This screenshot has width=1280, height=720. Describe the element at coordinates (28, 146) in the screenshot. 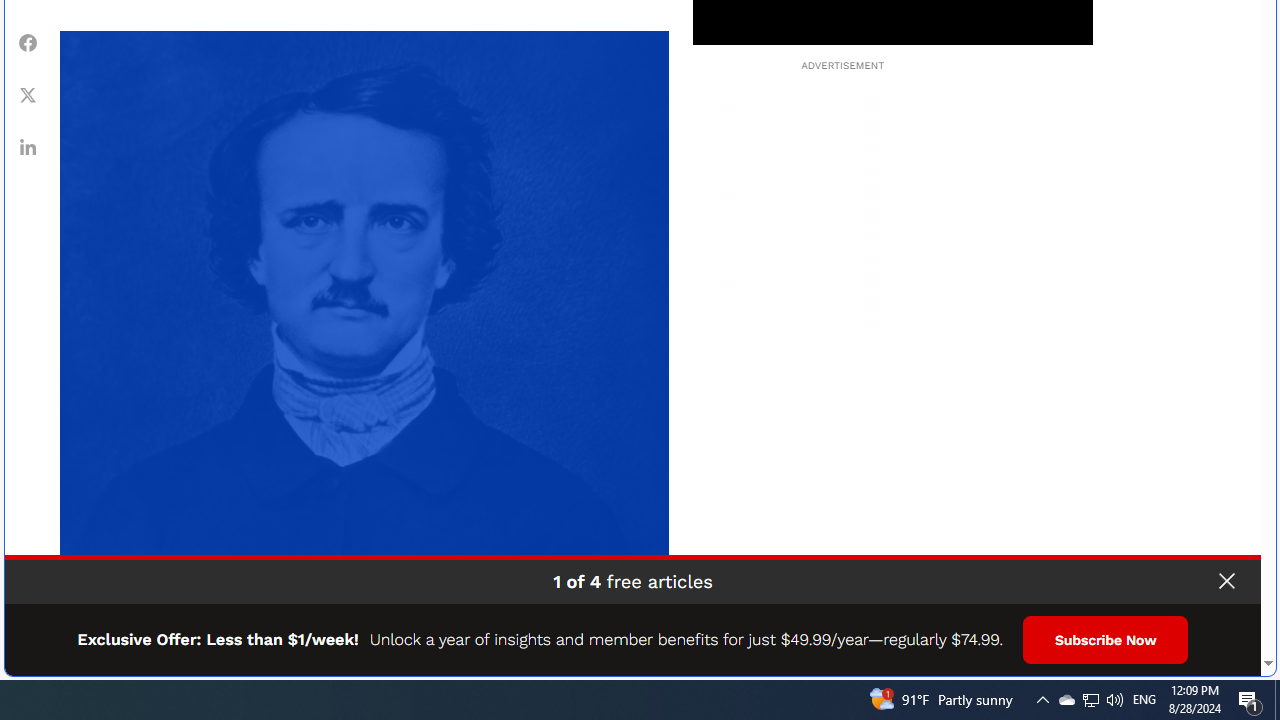

I see `'Class: fs-icon fs-icon--linkedin'` at that location.